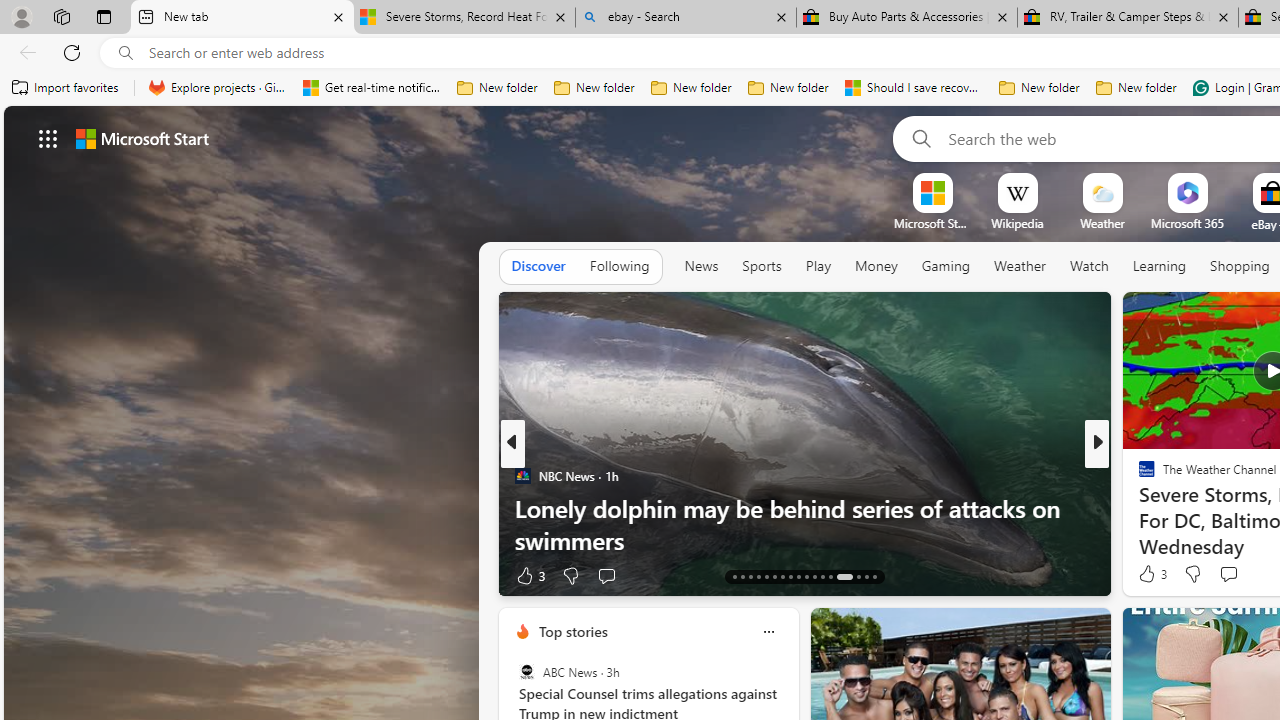 This screenshot has height=720, width=1280. Describe the element at coordinates (757, 577) in the screenshot. I see `'AutomationID: tab-16'` at that location.